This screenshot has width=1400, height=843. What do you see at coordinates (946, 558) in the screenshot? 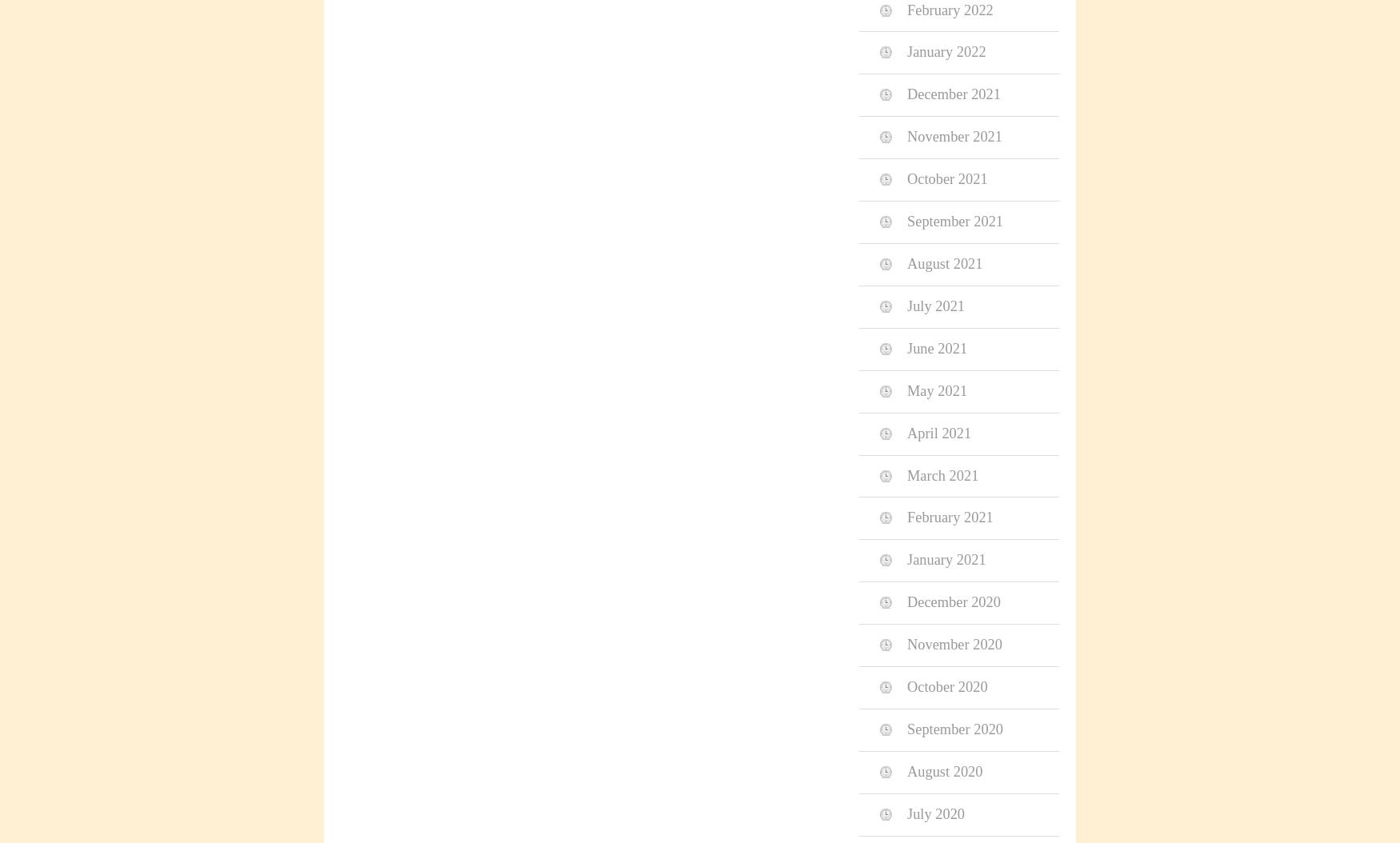
I see `'January 2021'` at bounding box center [946, 558].